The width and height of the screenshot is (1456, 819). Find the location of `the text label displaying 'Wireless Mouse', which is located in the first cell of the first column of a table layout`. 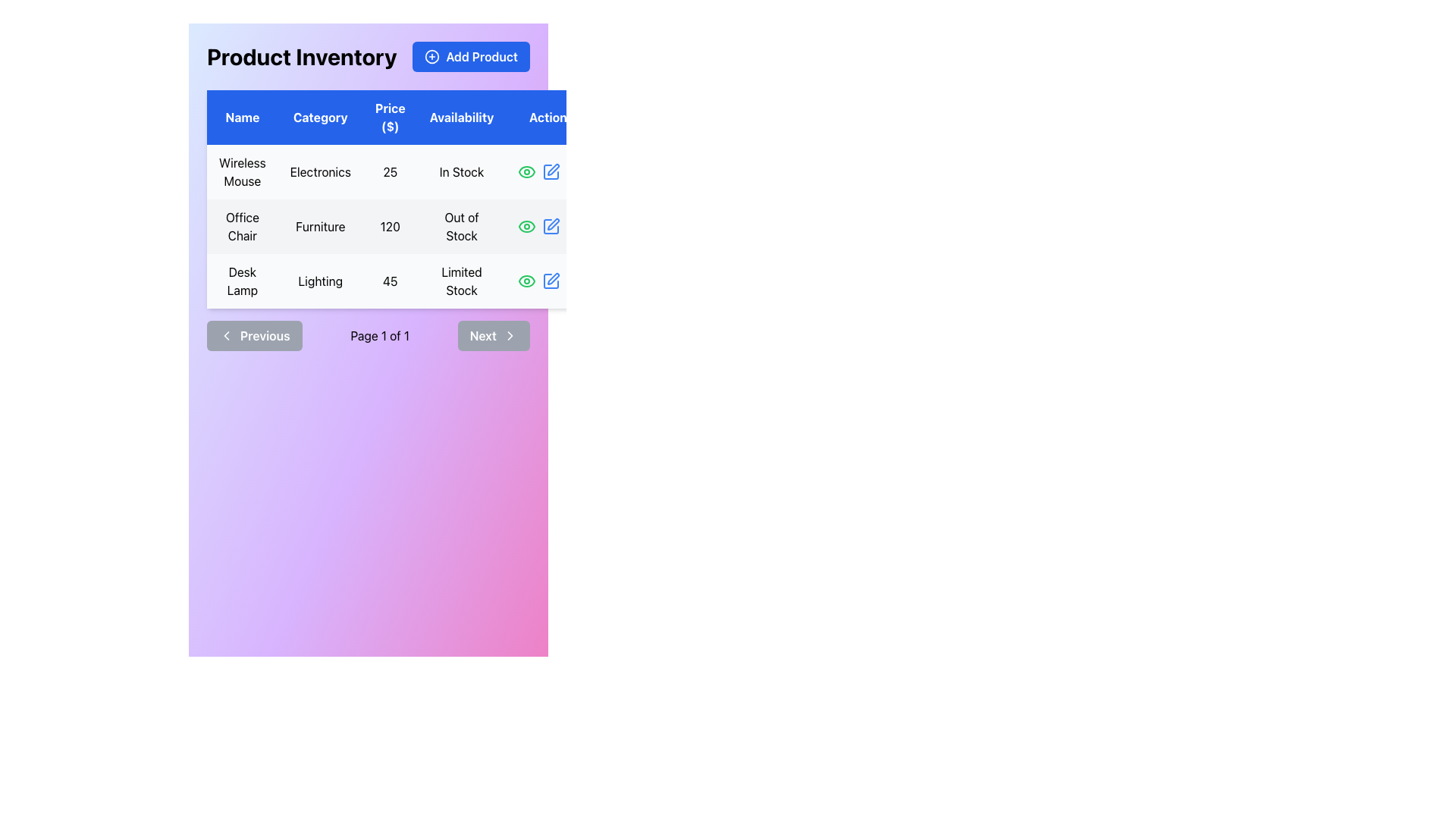

the text label displaying 'Wireless Mouse', which is located in the first cell of the first column of a table layout is located at coordinates (241, 171).